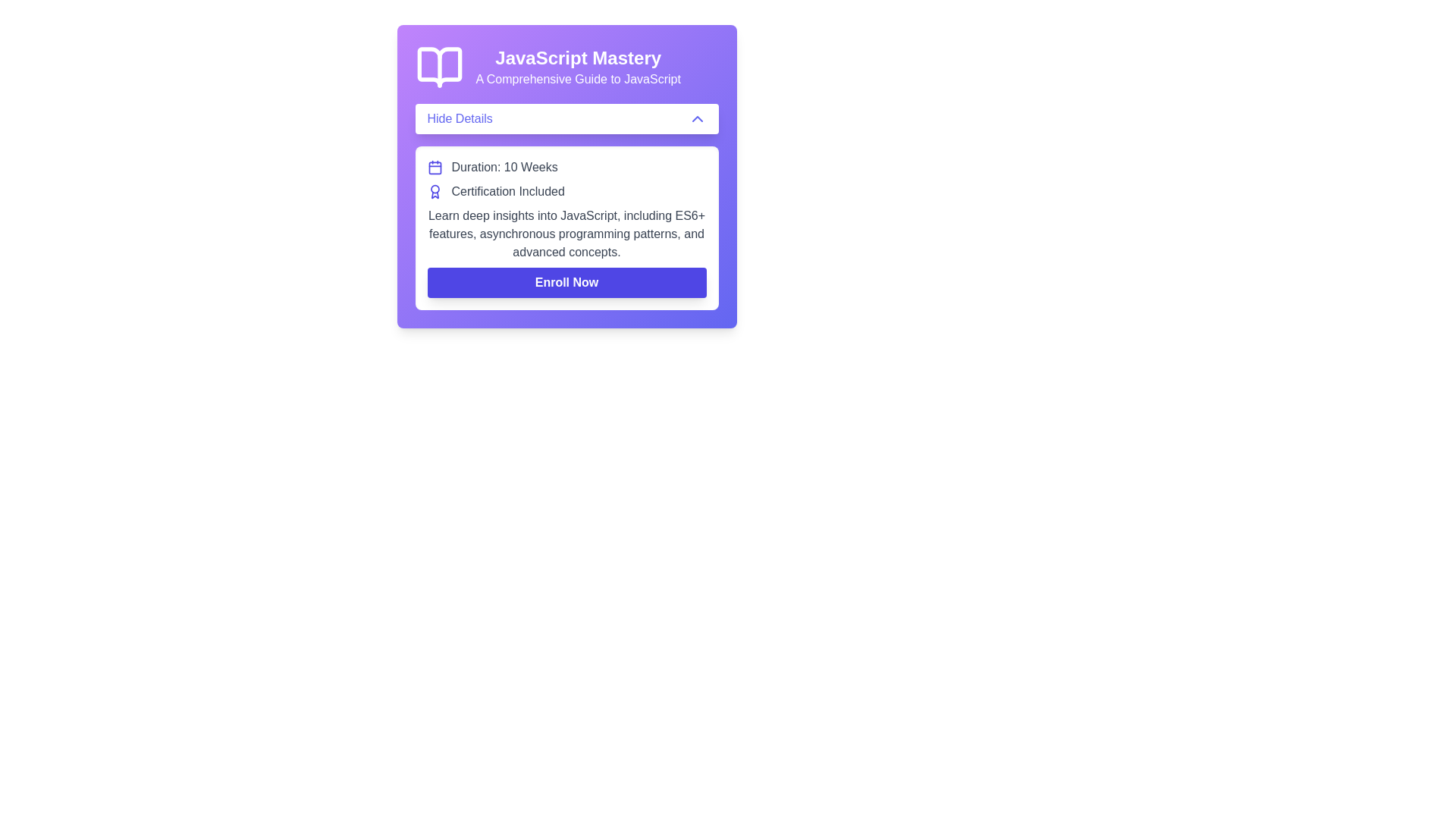 The image size is (1456, 819). What do you see at coordinates (434, 191) in the screenshot?
I see `the certification icon located to the left of the 'Certification Included' text, which indicates that a certification is part of the course offering` at bounding box center [434, 191].